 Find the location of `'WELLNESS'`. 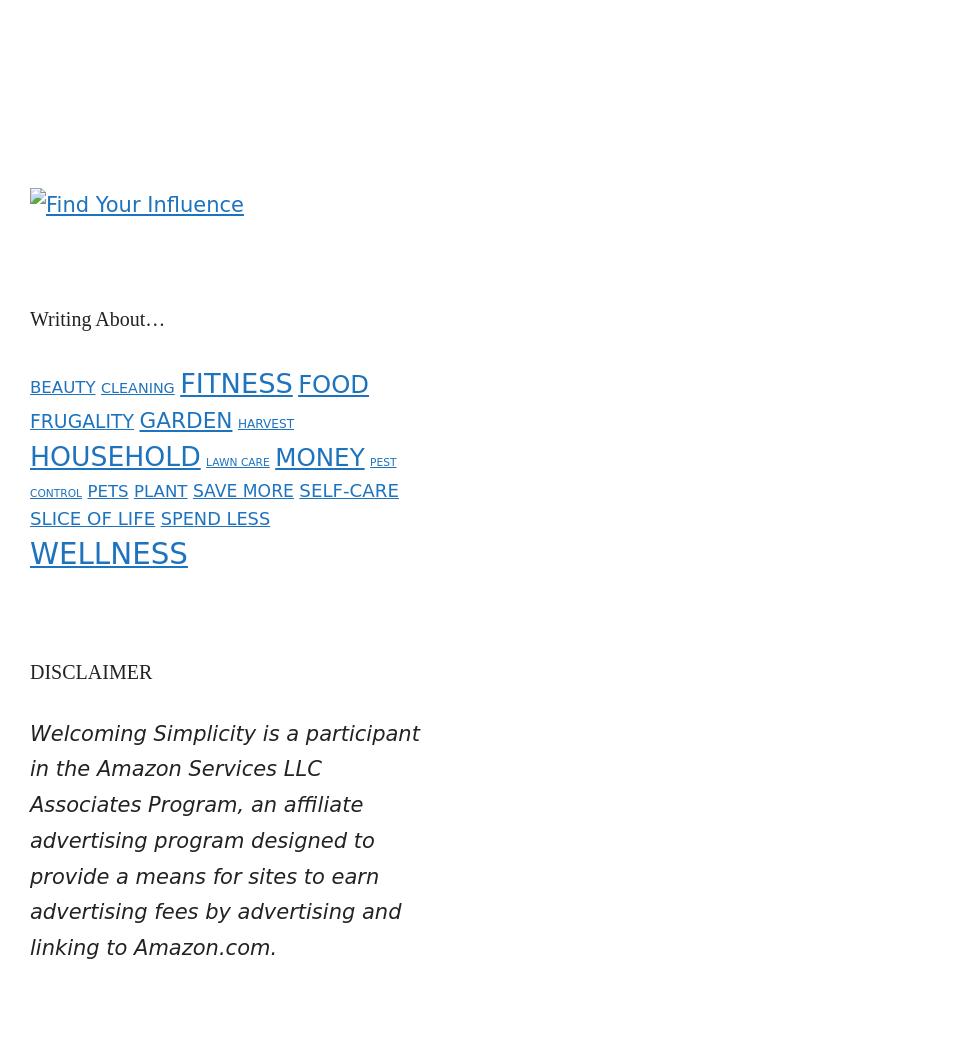

'WELLNESS' is located at coordinates (108, 540).